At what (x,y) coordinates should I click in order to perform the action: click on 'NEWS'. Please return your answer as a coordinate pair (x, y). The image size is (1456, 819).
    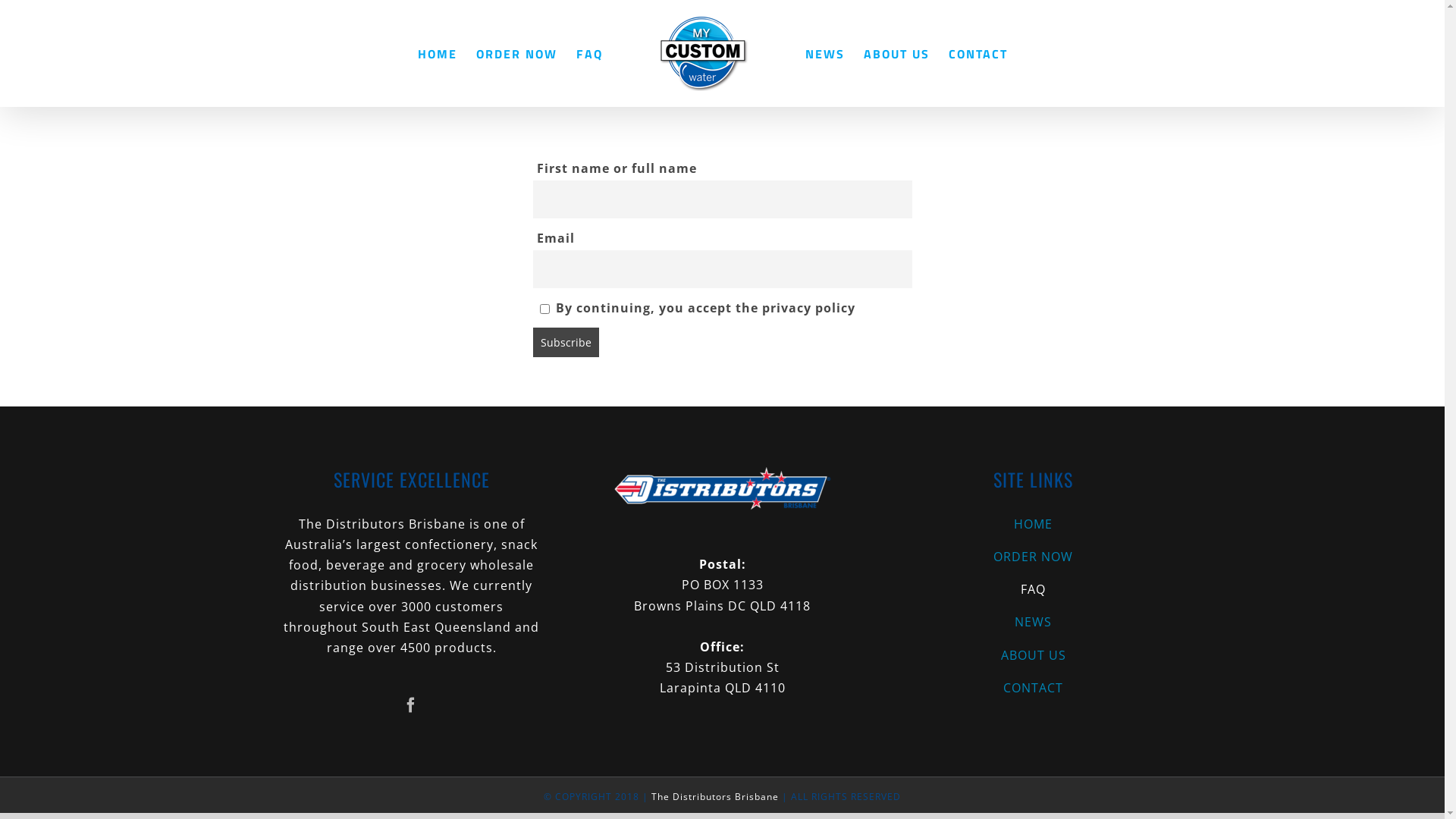
    Looking at the image, I should click on (888, 622).